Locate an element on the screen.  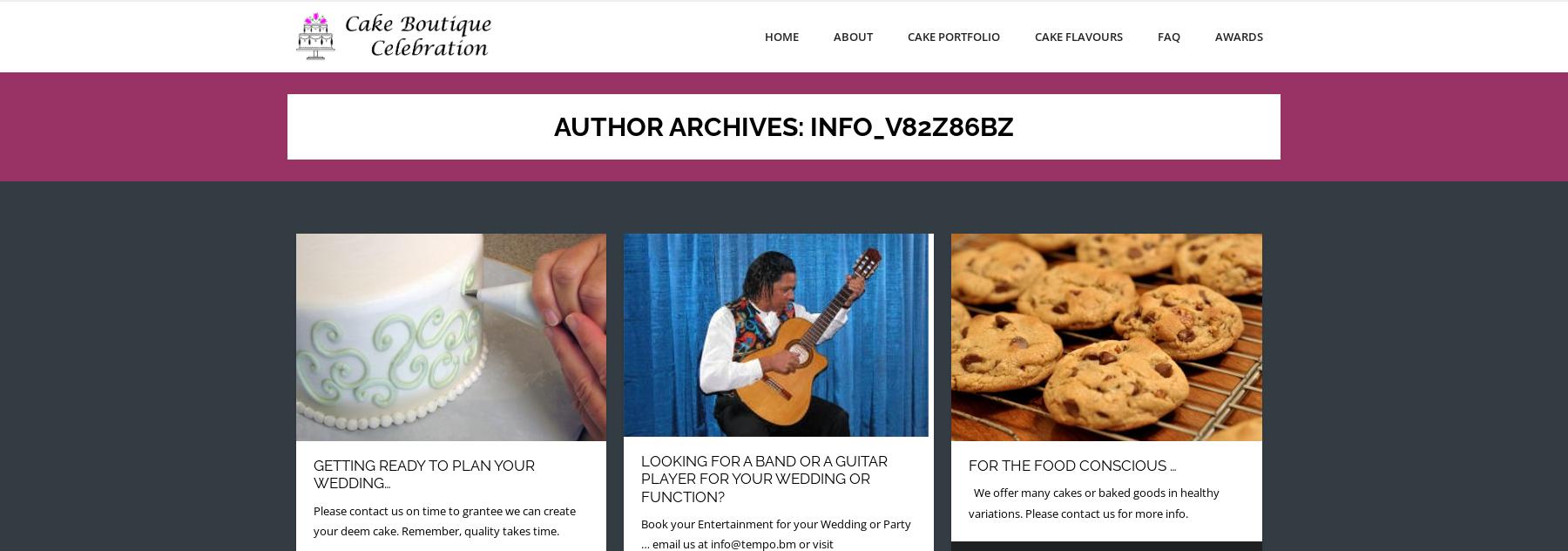
'FAQ' is located at coordinates (1169, 36).